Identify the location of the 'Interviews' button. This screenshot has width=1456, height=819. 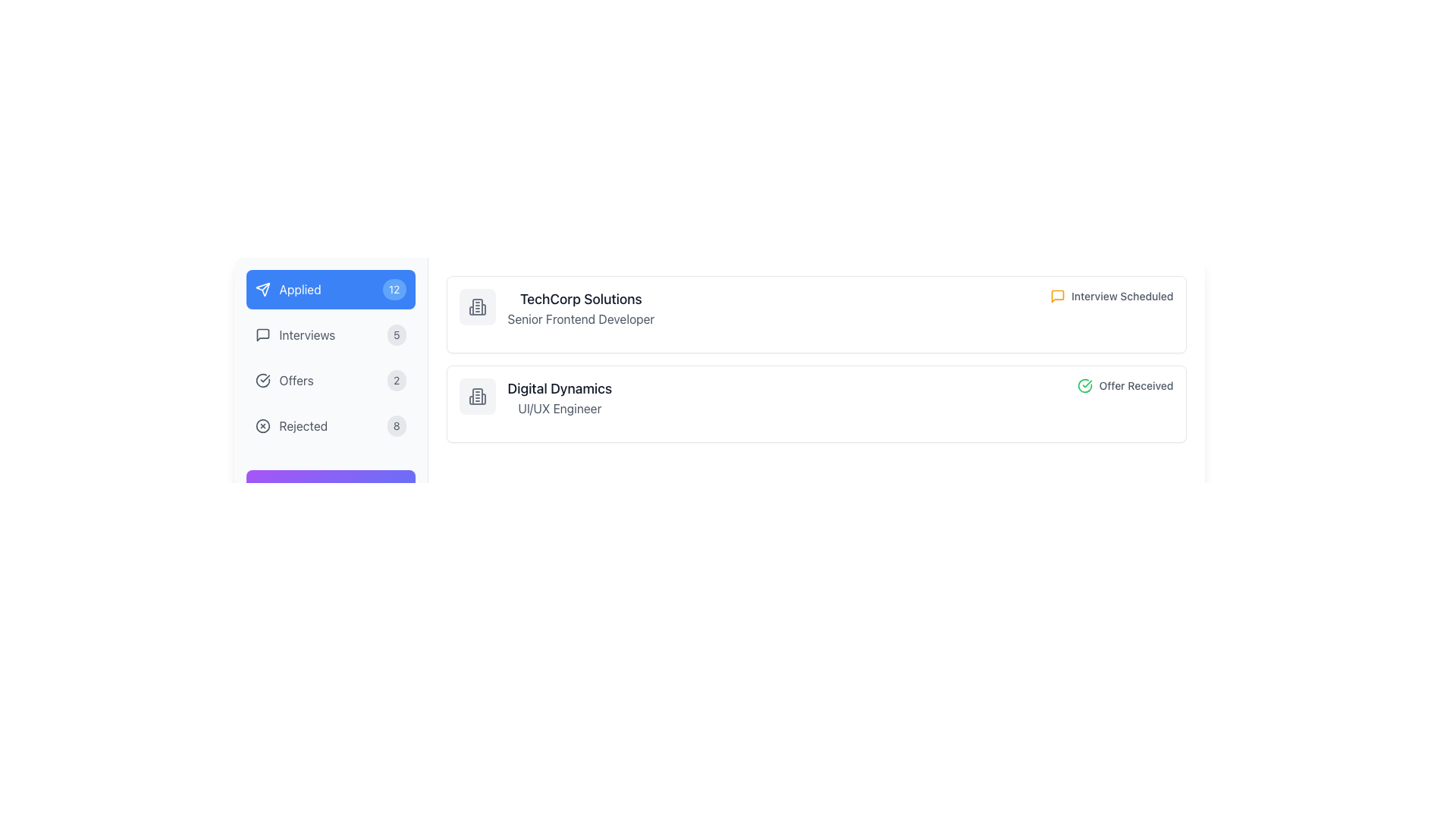
(330, 334).